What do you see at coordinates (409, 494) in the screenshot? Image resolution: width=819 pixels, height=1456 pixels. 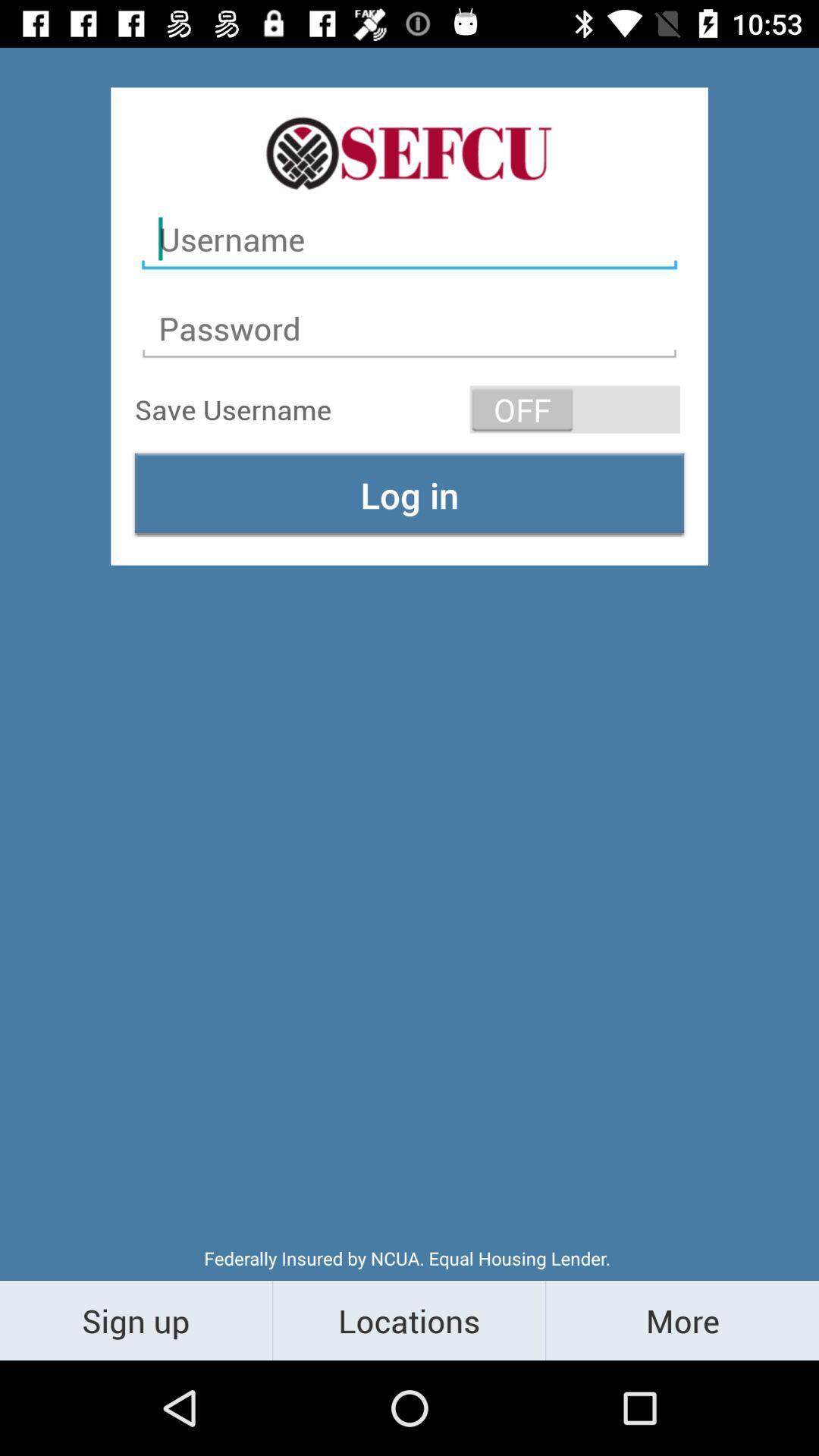 I see `icon above the federally insured by item` at bounding box center [409, 494].